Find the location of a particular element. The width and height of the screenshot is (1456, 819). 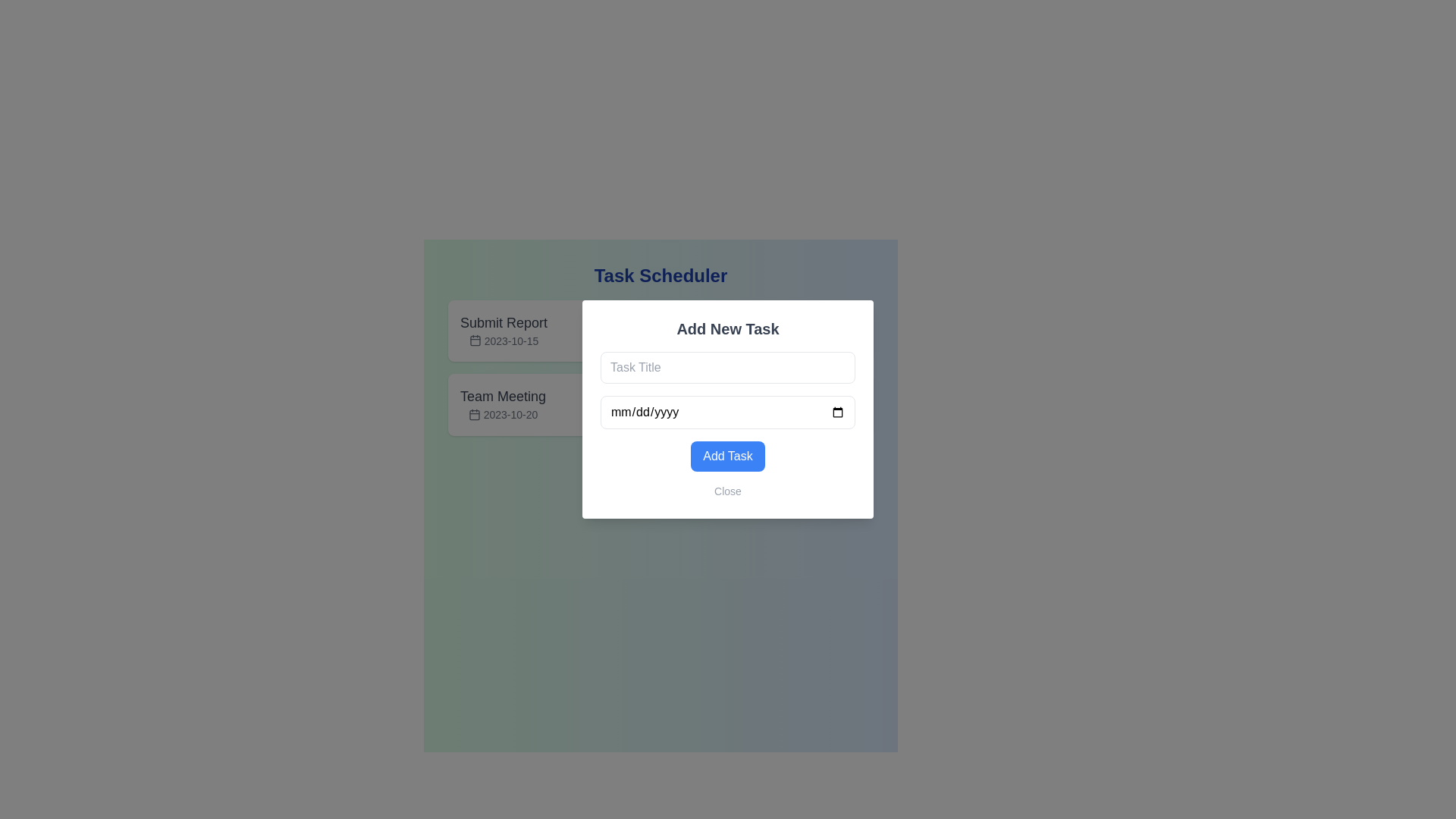

the SVG icon representing the date associated with the task 'Team Meeting', which is located to the left of the date '2023-10-20' is located at coordinates (473, 414).